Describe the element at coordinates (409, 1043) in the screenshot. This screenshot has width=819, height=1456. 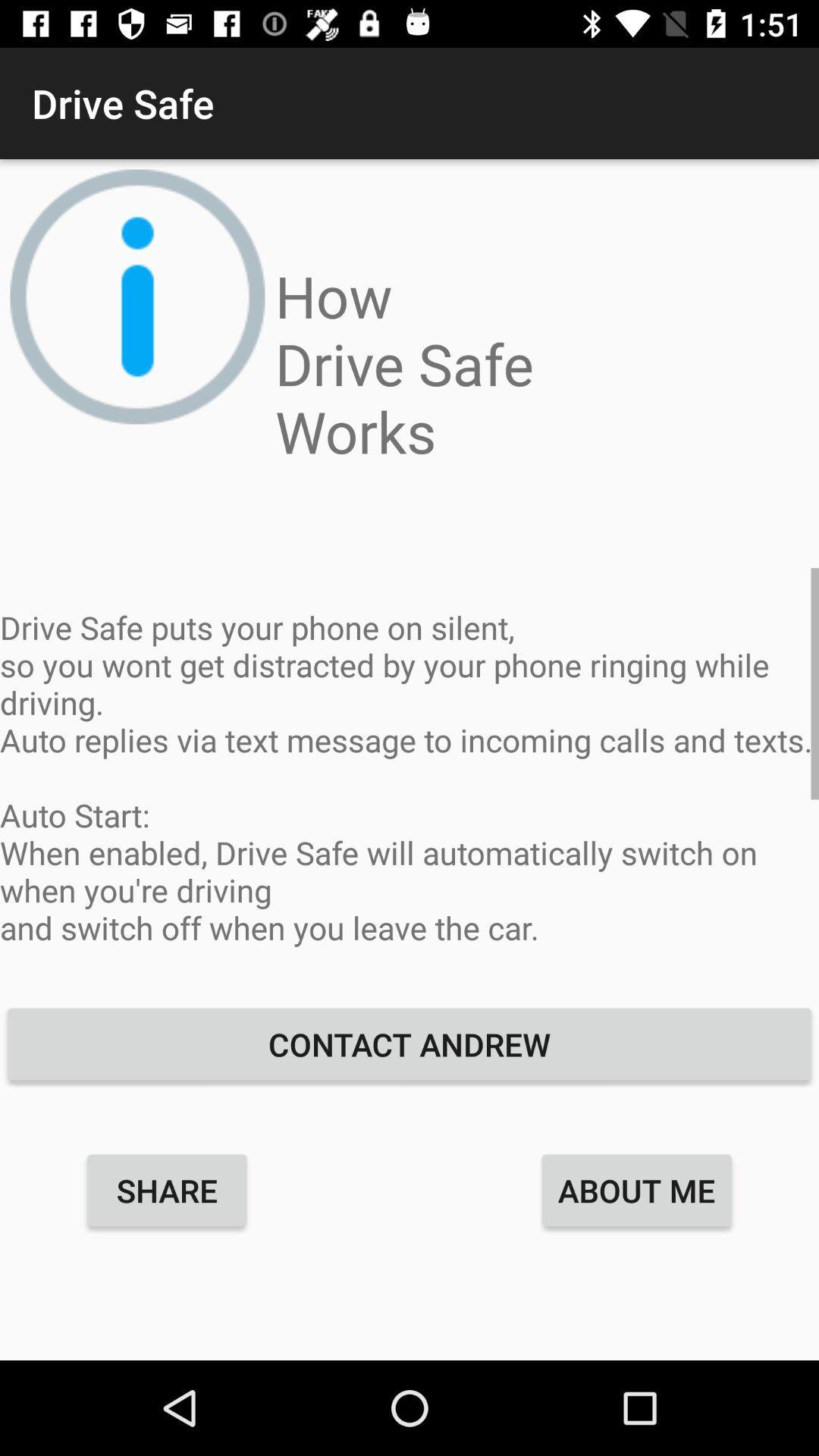
I see `contact andrew` at that location.